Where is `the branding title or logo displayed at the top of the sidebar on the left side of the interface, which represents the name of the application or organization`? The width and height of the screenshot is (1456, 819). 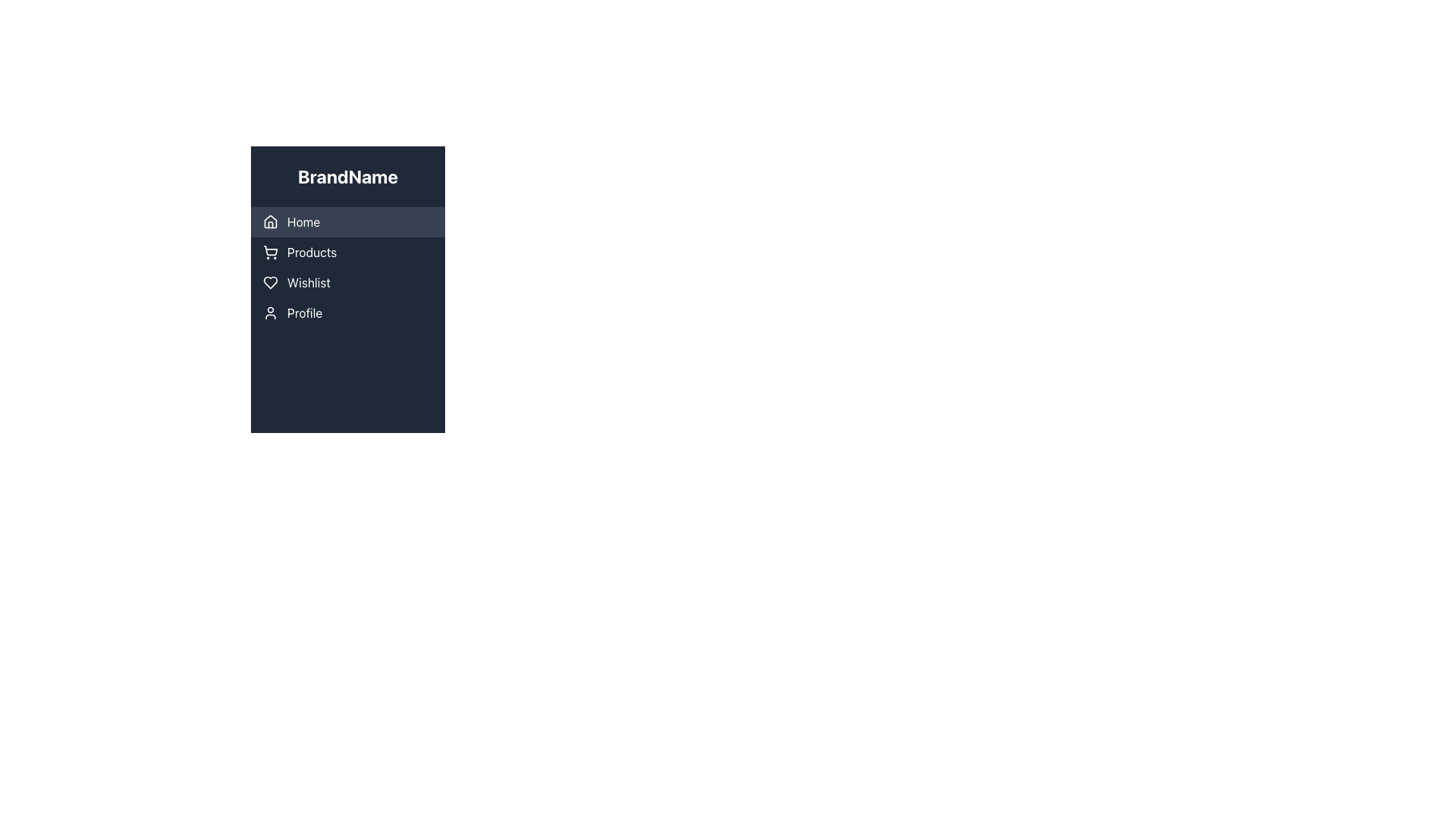 the branding title or logo displayed at the top of the sidebar on the left side of the interface, which represents the name of the application or organization is located at coordinates (347, 175).